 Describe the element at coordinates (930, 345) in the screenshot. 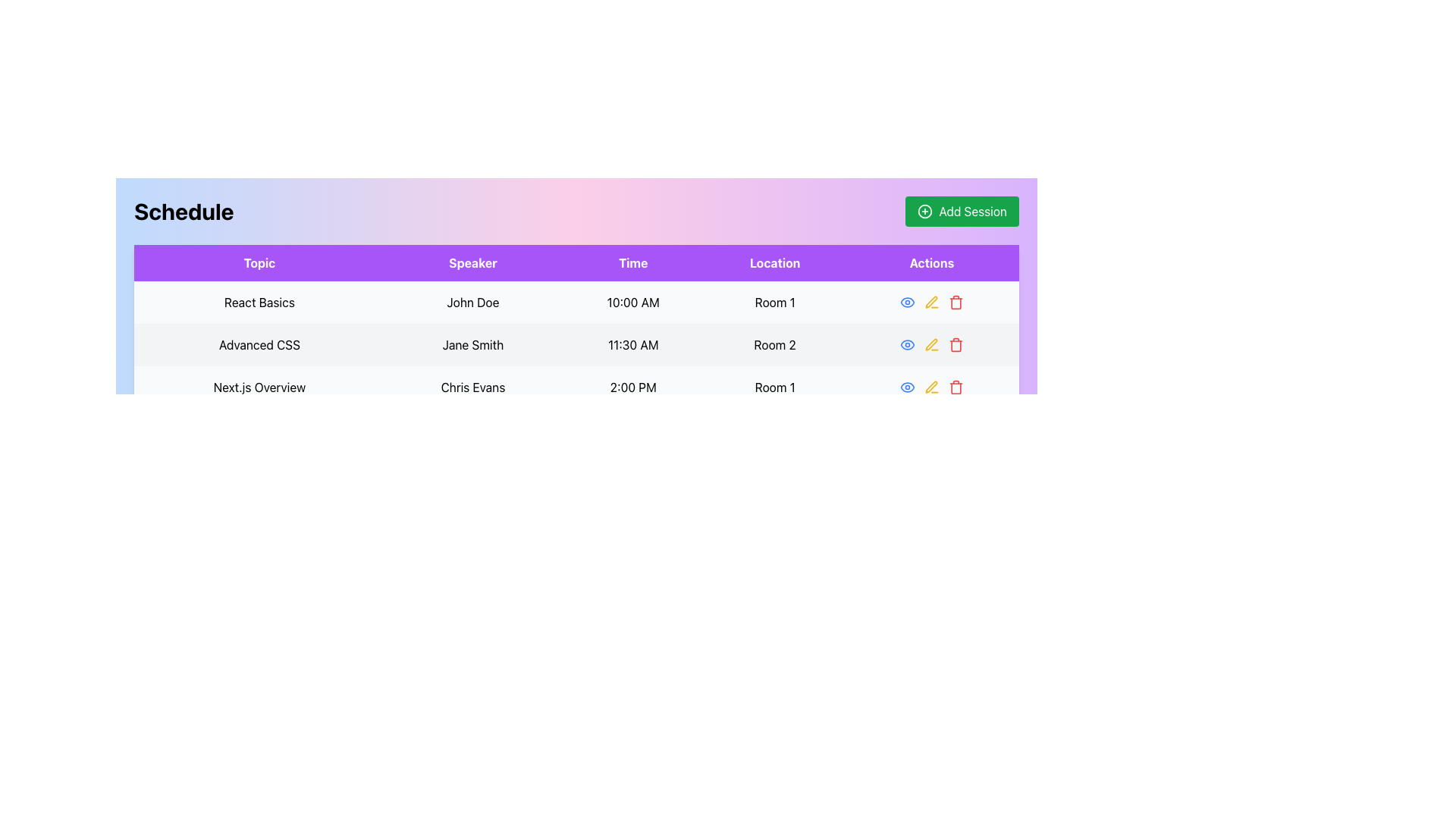

I see `the edit icon button in the Actions column for the session 'Advanced CSS' at 11:30 AM in Room 2` at that location.